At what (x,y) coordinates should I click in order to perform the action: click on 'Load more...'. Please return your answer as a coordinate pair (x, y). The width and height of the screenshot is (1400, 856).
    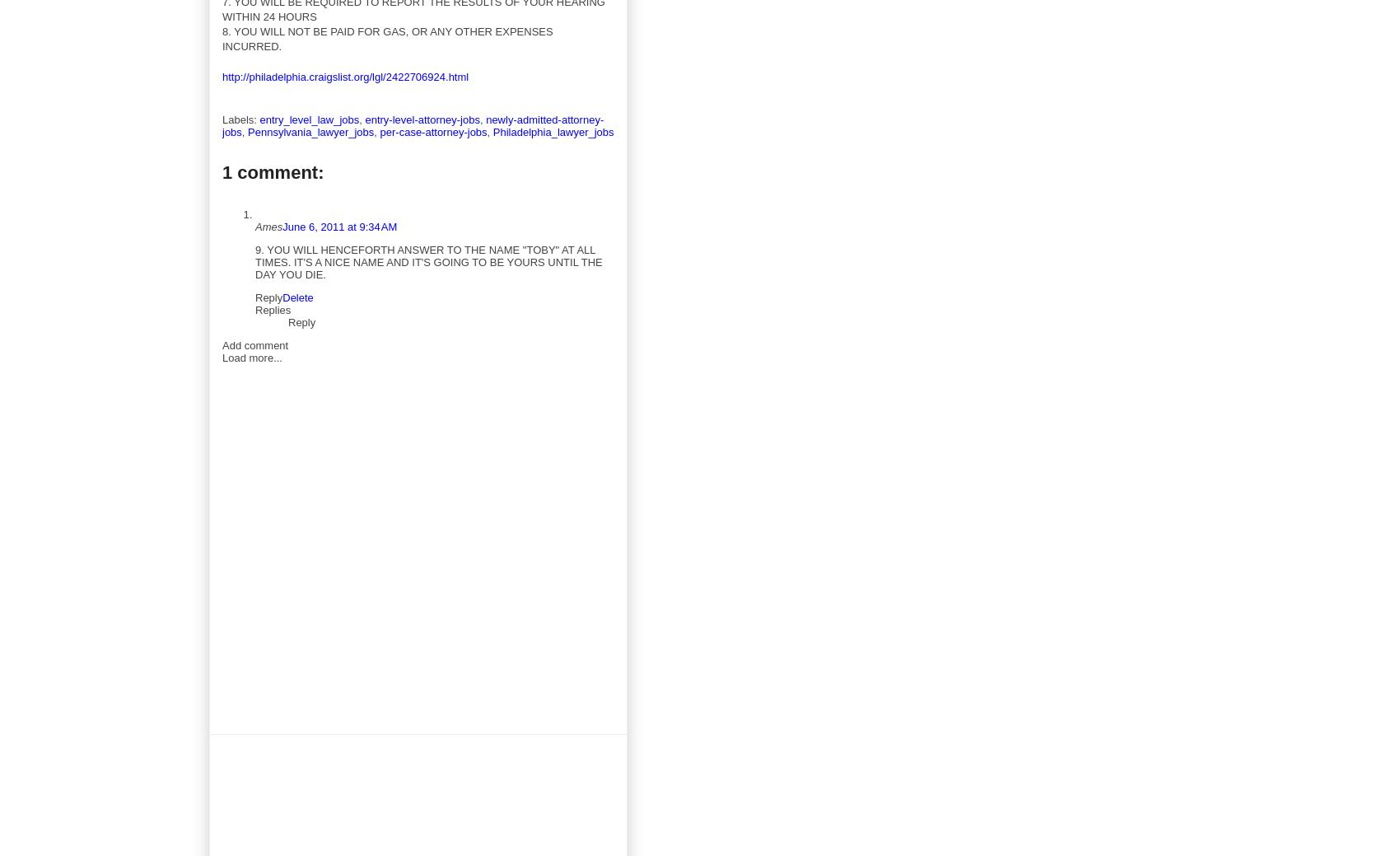
    Looking at the image, I should click on (252, 356).